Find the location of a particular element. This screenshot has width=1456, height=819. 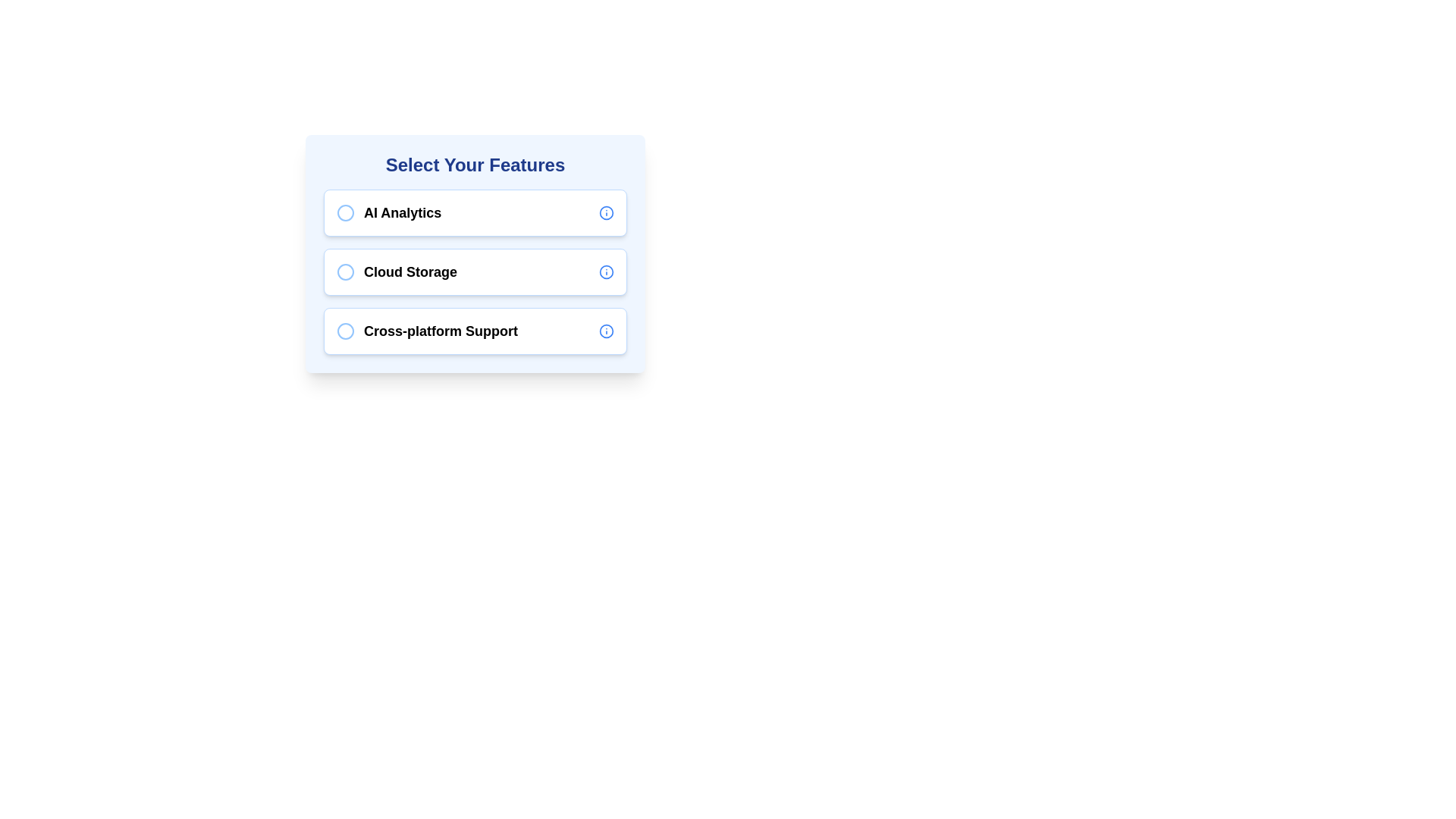

the selectable row item labeled 'Cloud Storage' is located at coordinates (475, 271).